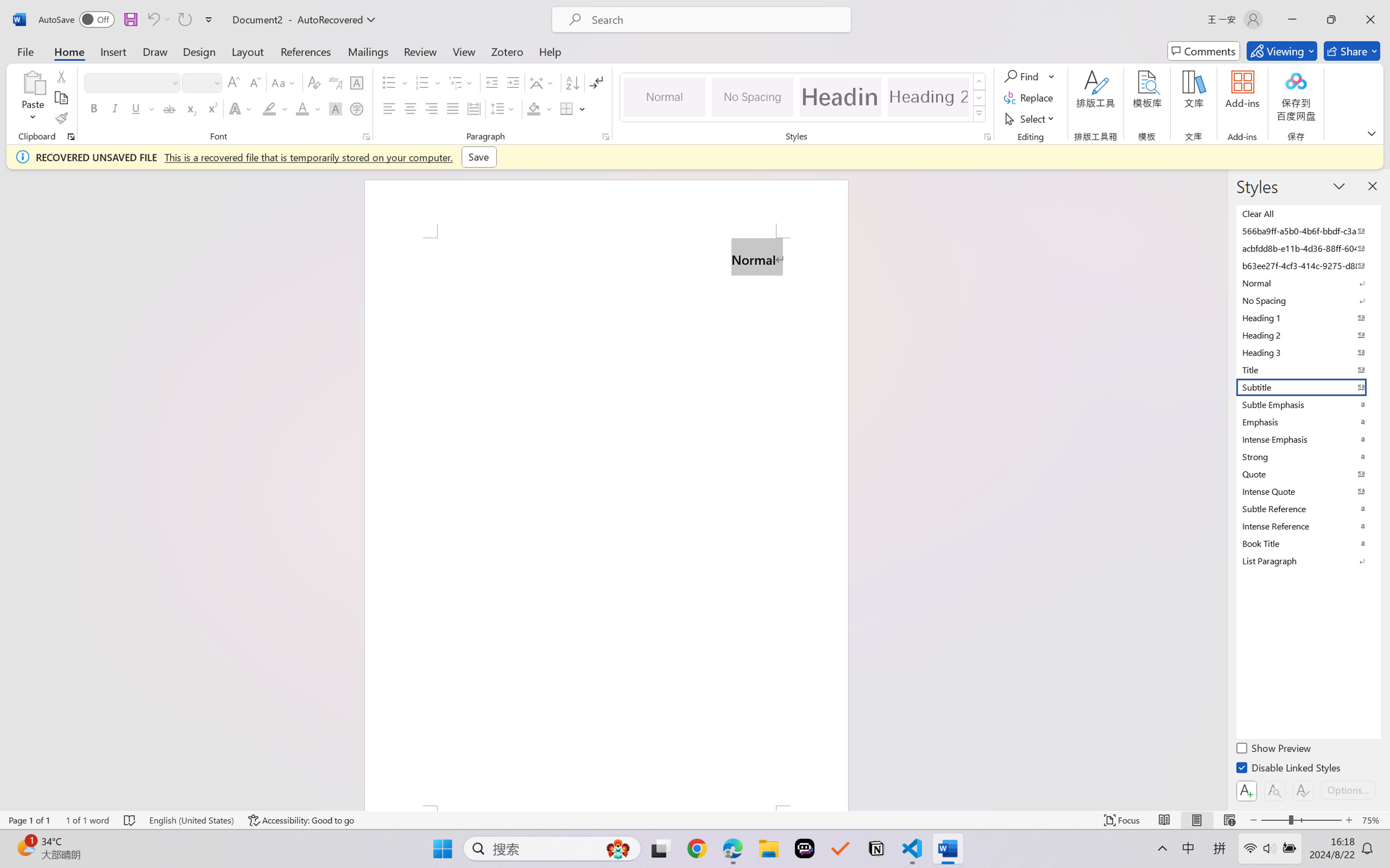  I want to click on 'Decrease Indent', so click(492, 83).